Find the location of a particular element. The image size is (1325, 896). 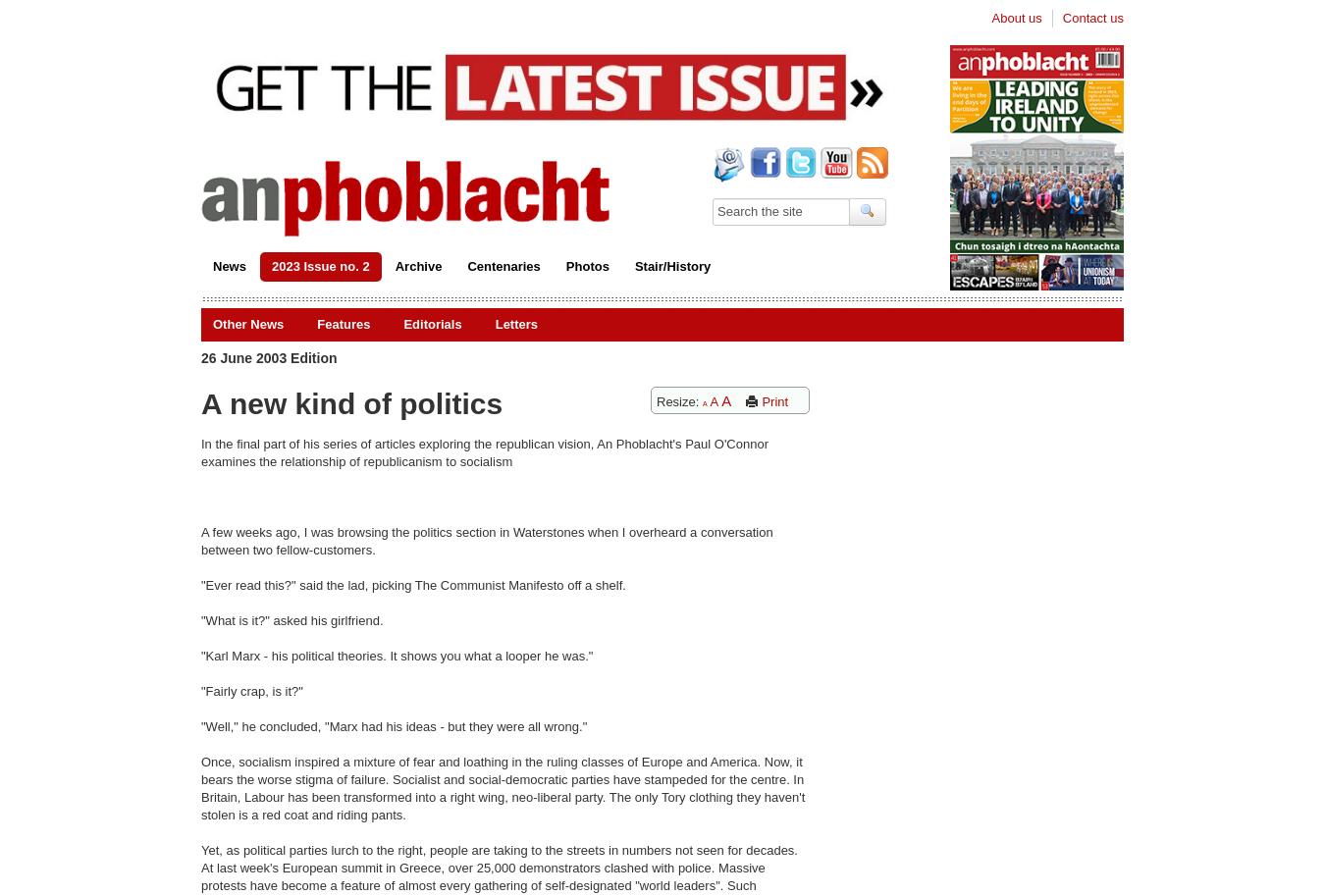

'"Ever read this?" said the lad, picking The Communist Manifesto off a shelf.' is located at coordinates (413, 585).